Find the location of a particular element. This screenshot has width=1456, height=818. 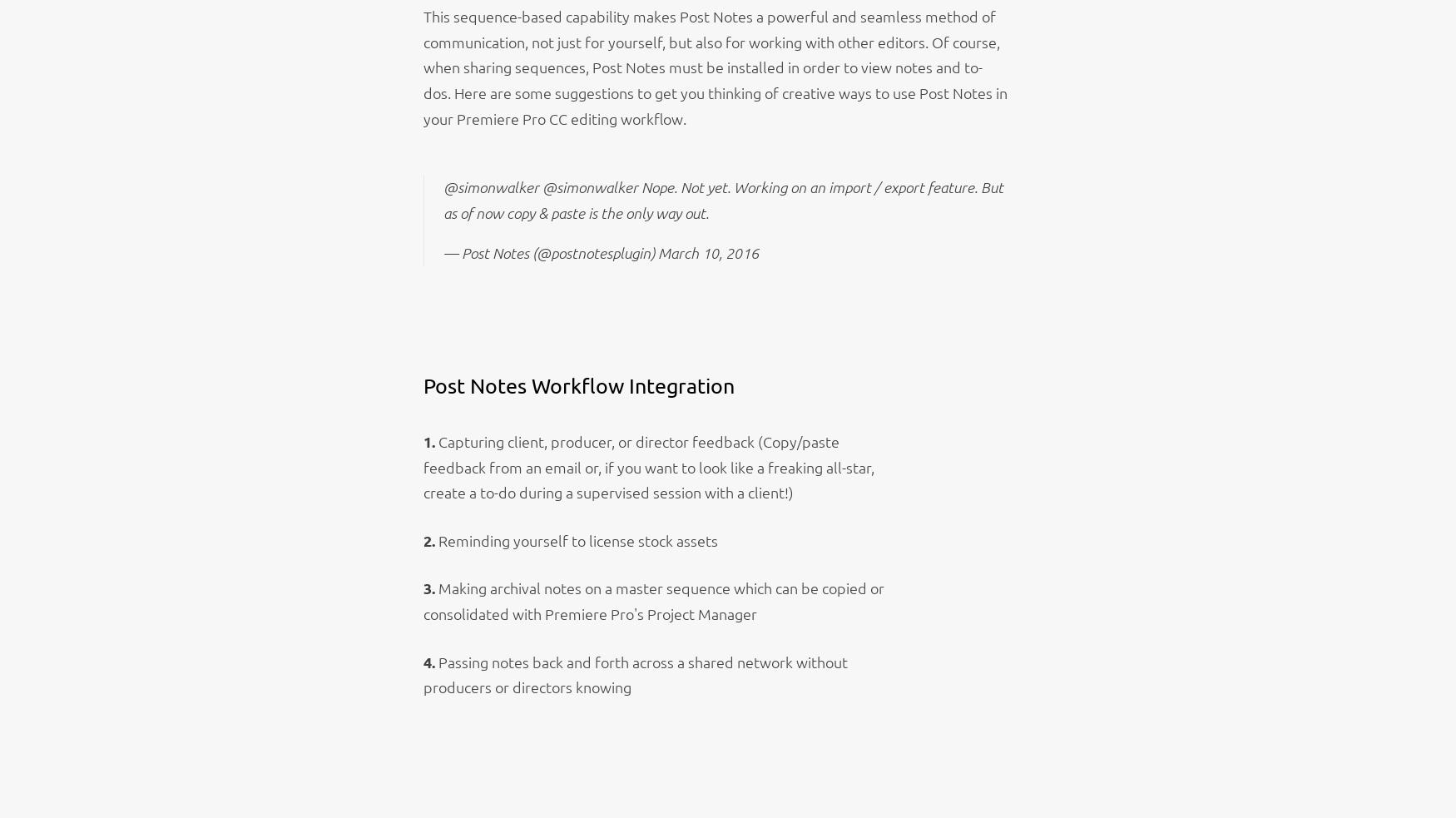

'Making archival notes on a master sequence which can be copied or consolidated with Premiere Pro's Project Manager' is located at coordinates (652, 600).